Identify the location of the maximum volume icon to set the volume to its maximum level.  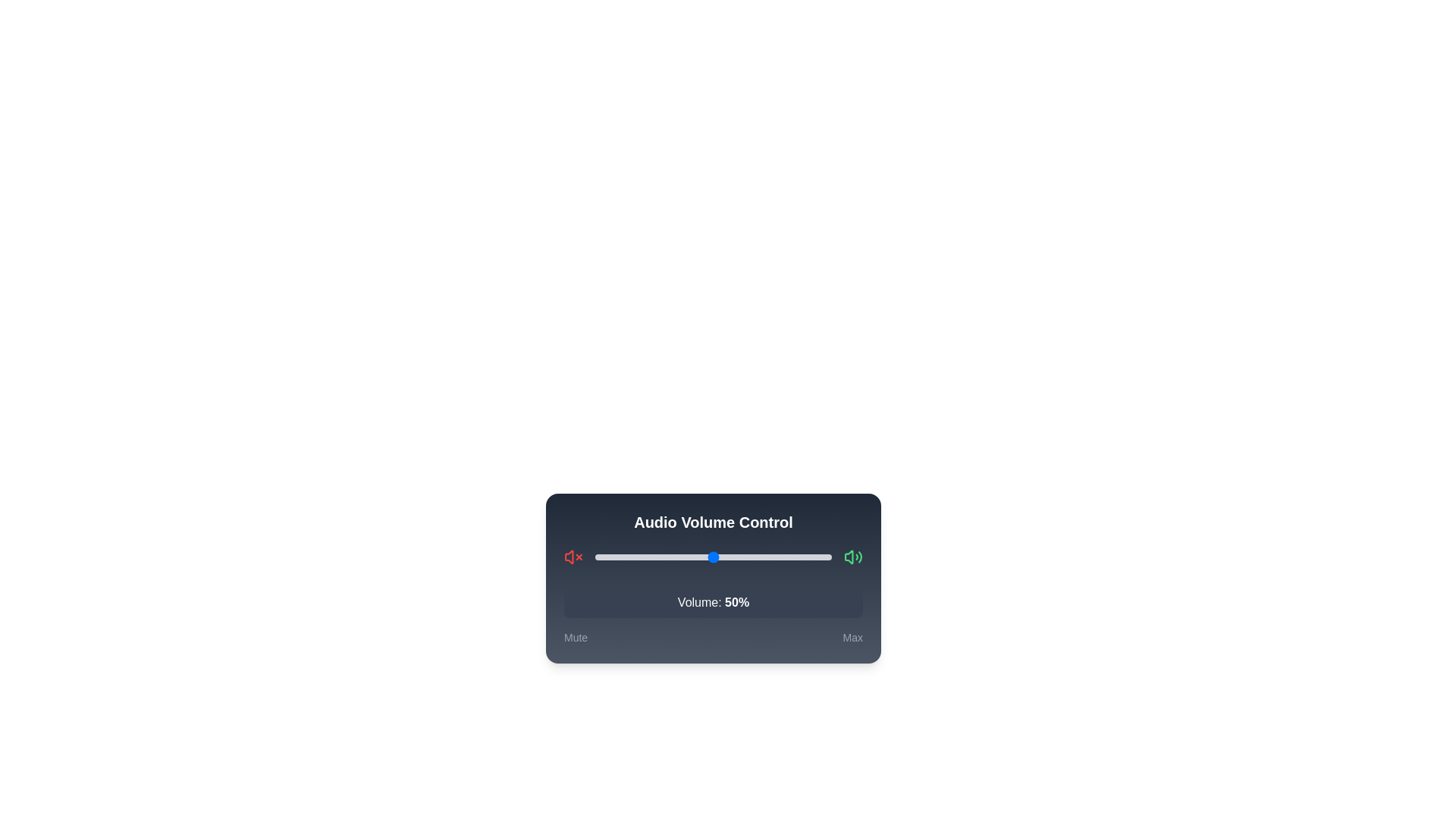
(852, 557).